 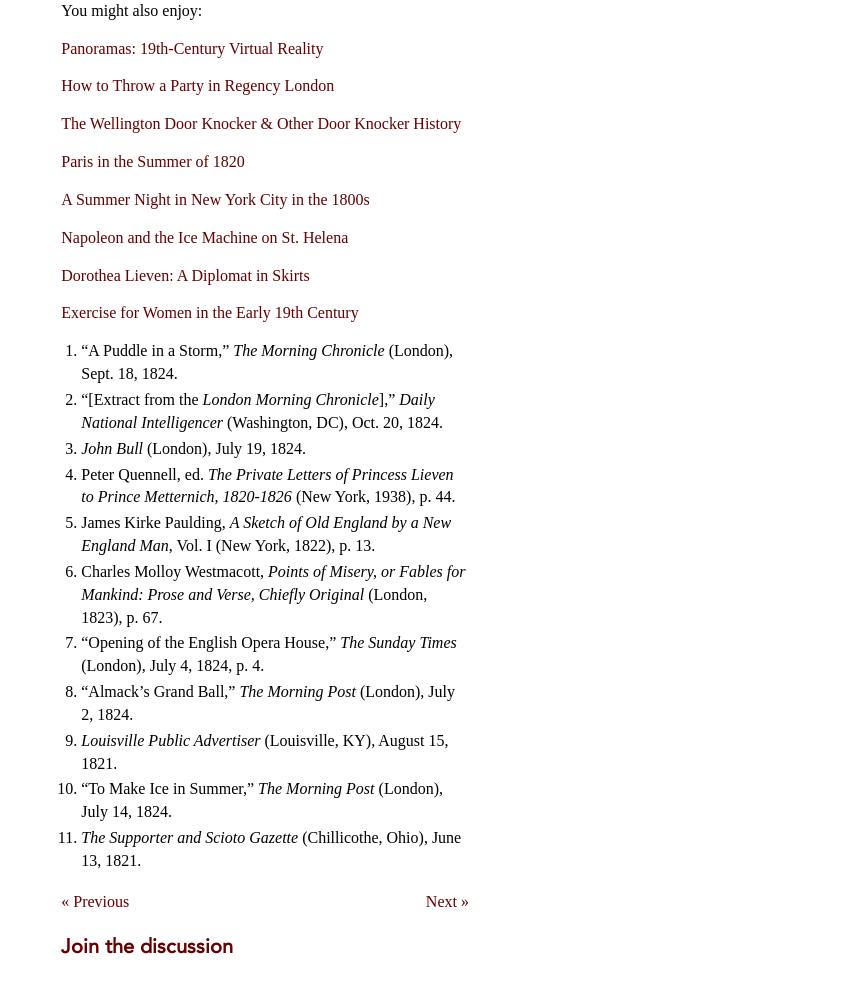 What do you see at coordinates (214, 197) in the screenshot?
I see `'A Summer Night in New York City in the 1800s'` at bounding box center [214, 197].